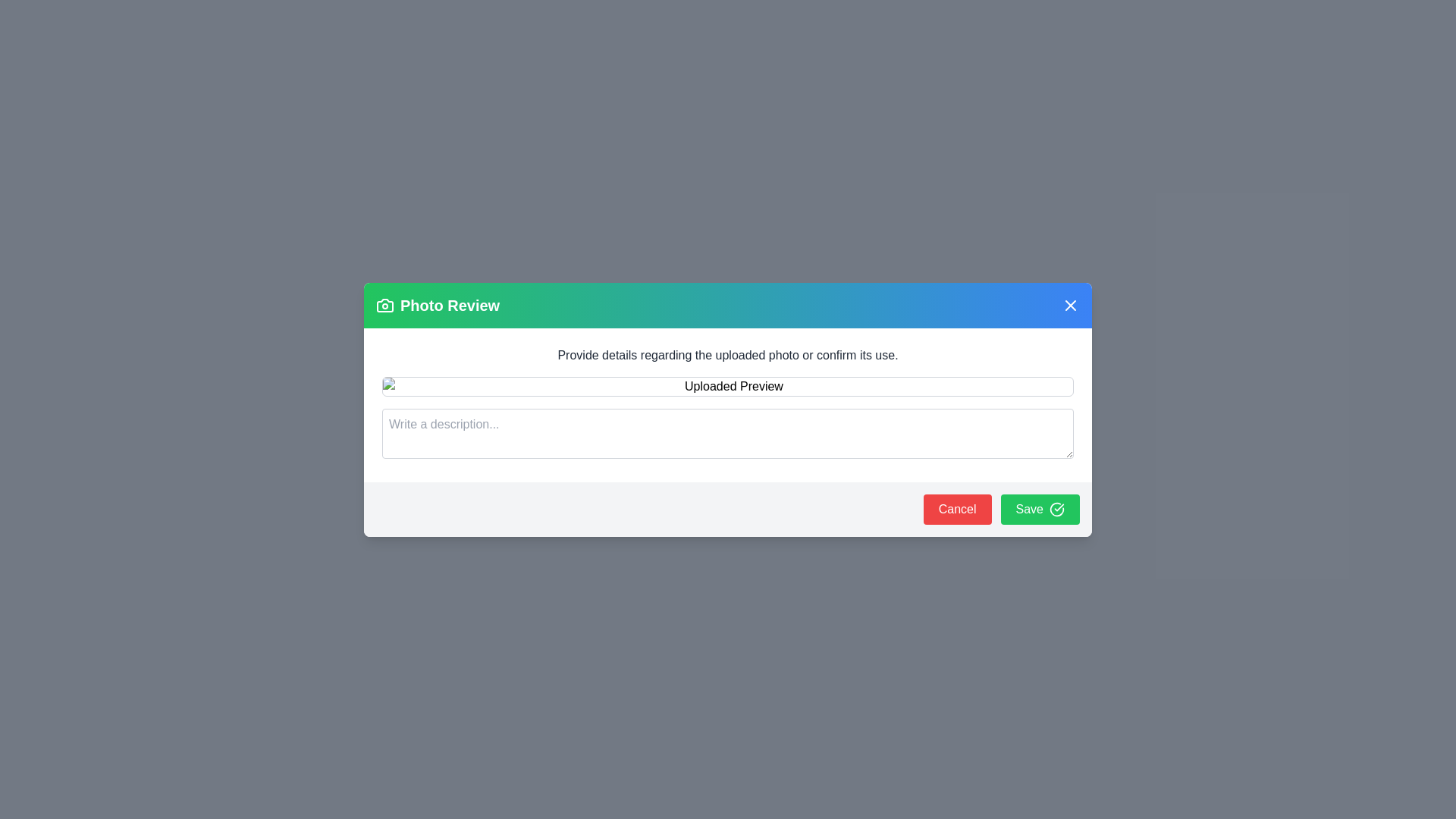 The image size is (1456, 819). What do you see at coordinates (956, 509) in the screenshot?
I see `the 'Cancel' button to observe its hover effect` at bounding box center [956, 509].